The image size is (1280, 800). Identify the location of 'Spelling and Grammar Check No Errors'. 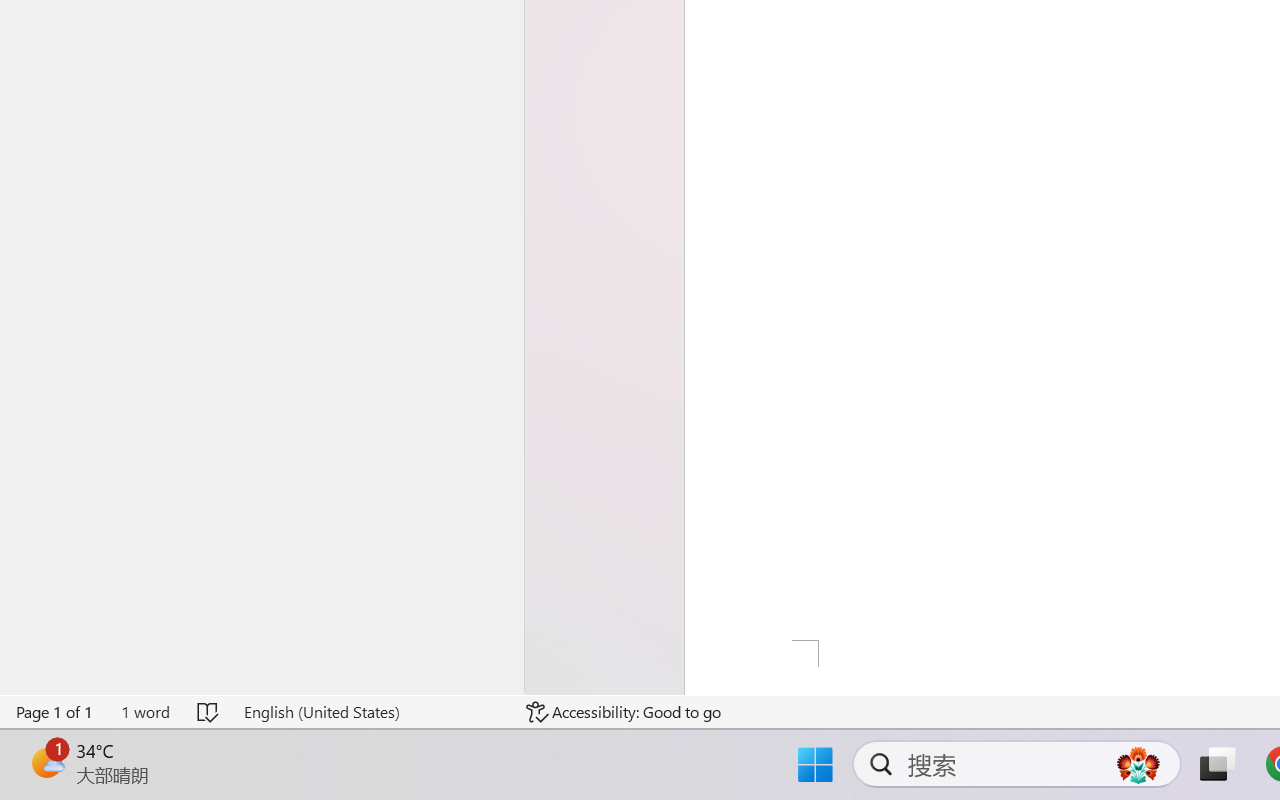
(209, 711).